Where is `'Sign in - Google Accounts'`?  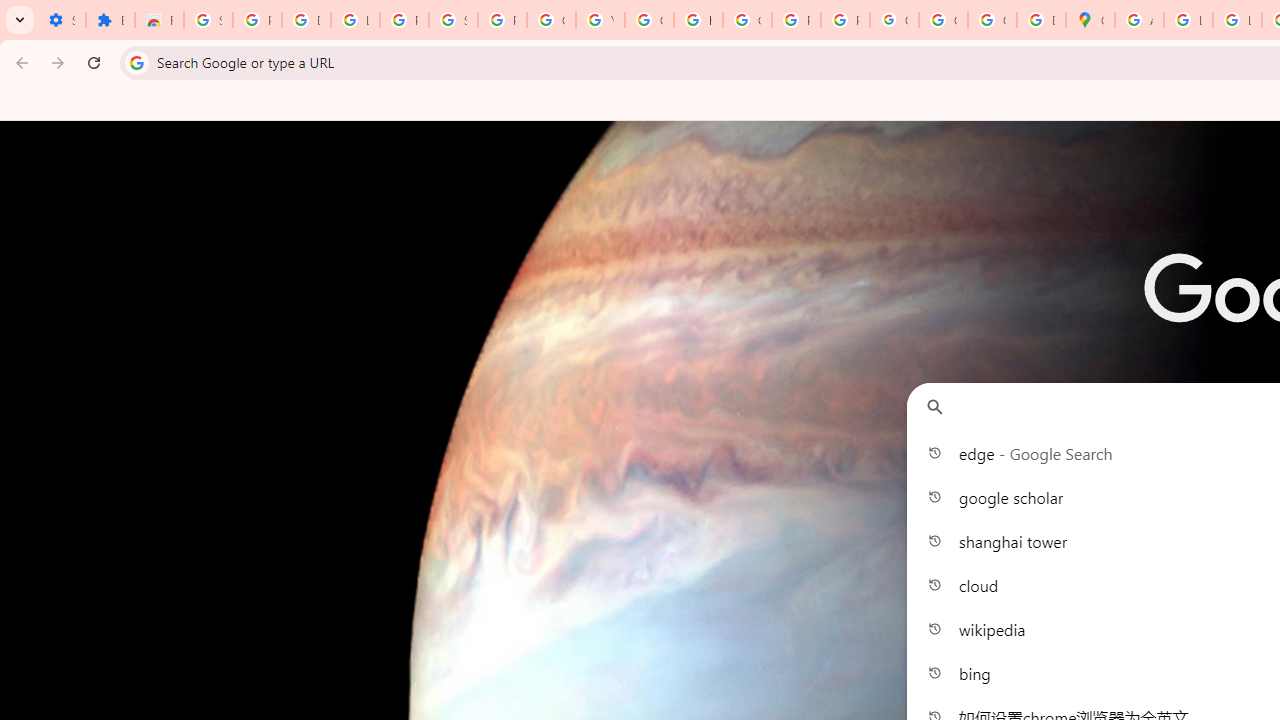
'Sign in - Google Accounts' is located at coordinates (208, 20).